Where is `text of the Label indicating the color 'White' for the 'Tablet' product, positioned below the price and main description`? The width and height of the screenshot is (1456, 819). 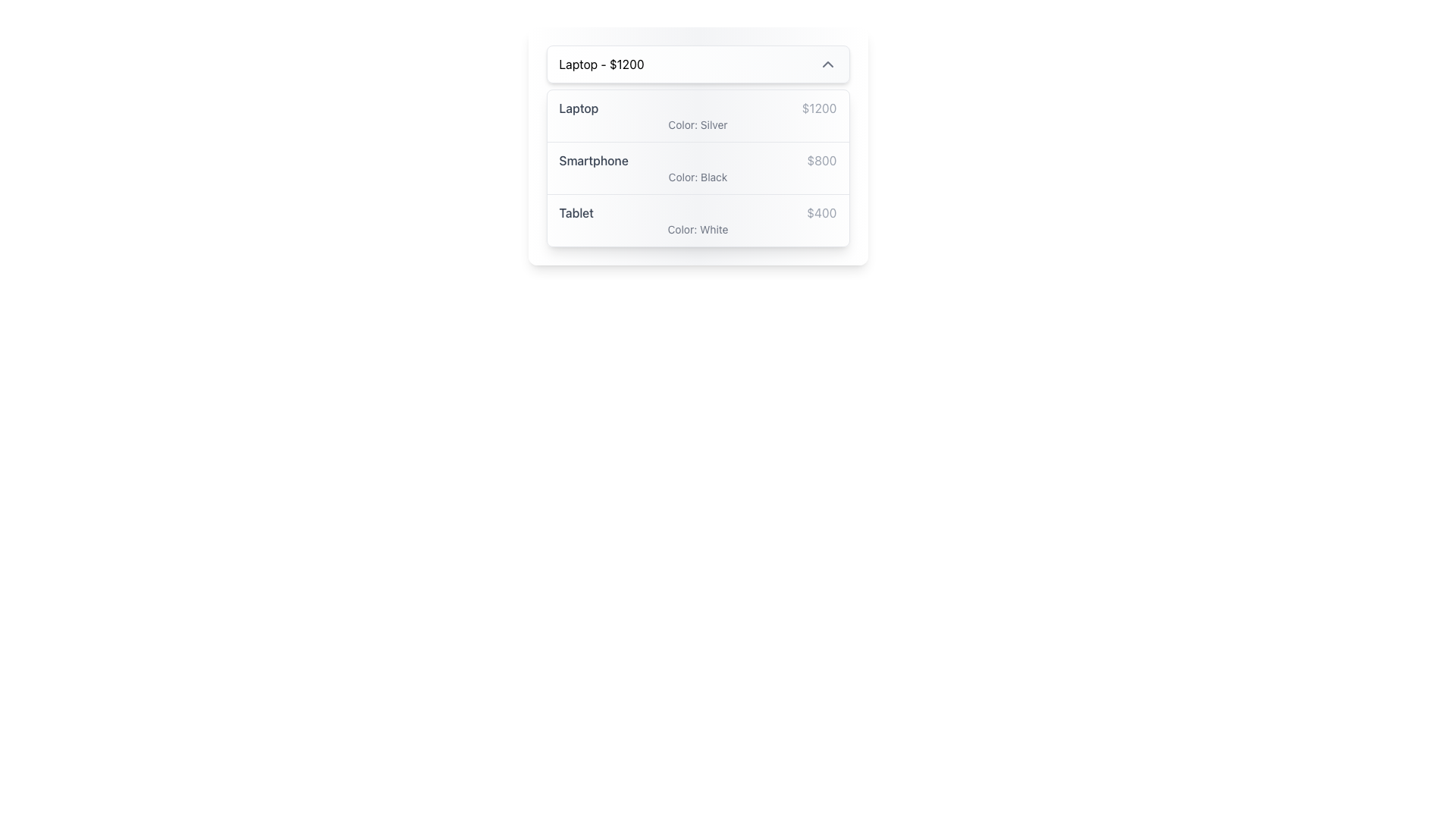 text of the Label indicating the color 'White' for the 'Tablet' product, positioned below the price and main description is located at coordinates (697, 230).